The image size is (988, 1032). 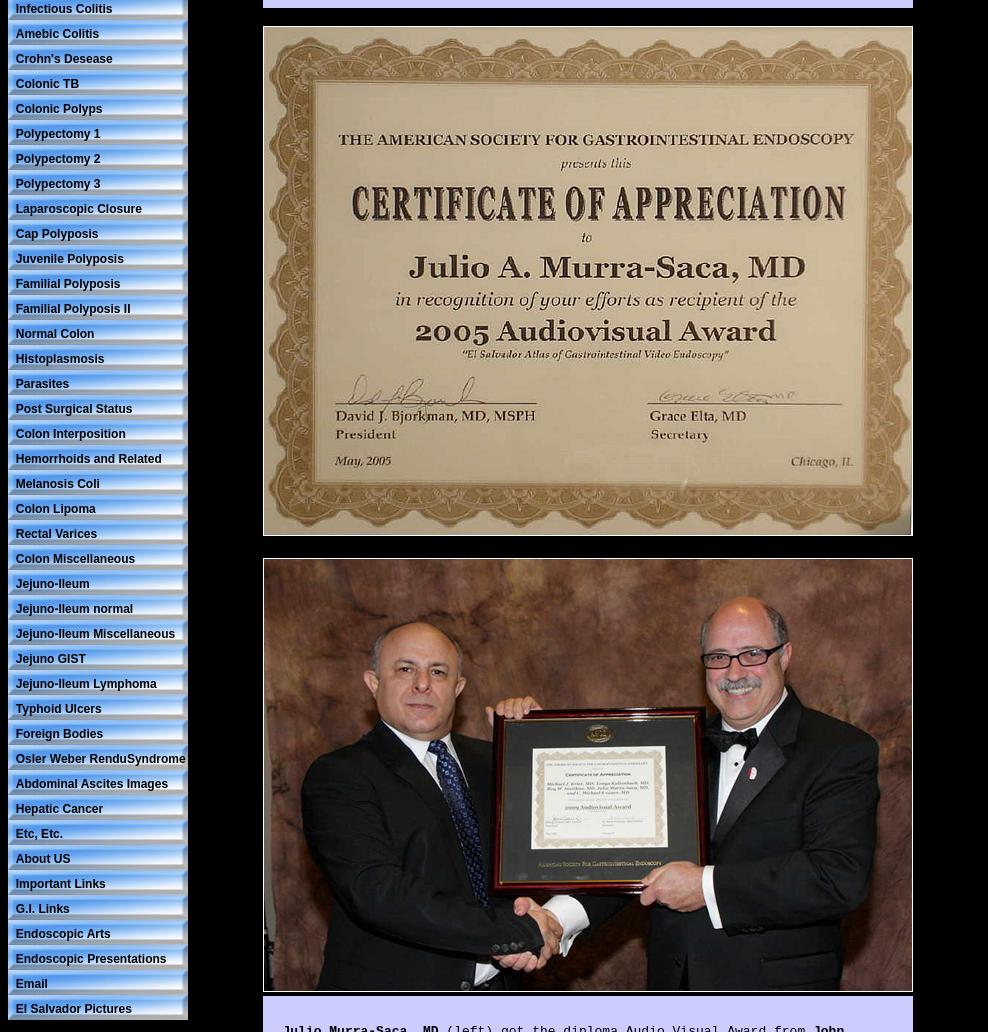 I want to click on 'Juvenile Polyposis', so click(x=68, y=258).